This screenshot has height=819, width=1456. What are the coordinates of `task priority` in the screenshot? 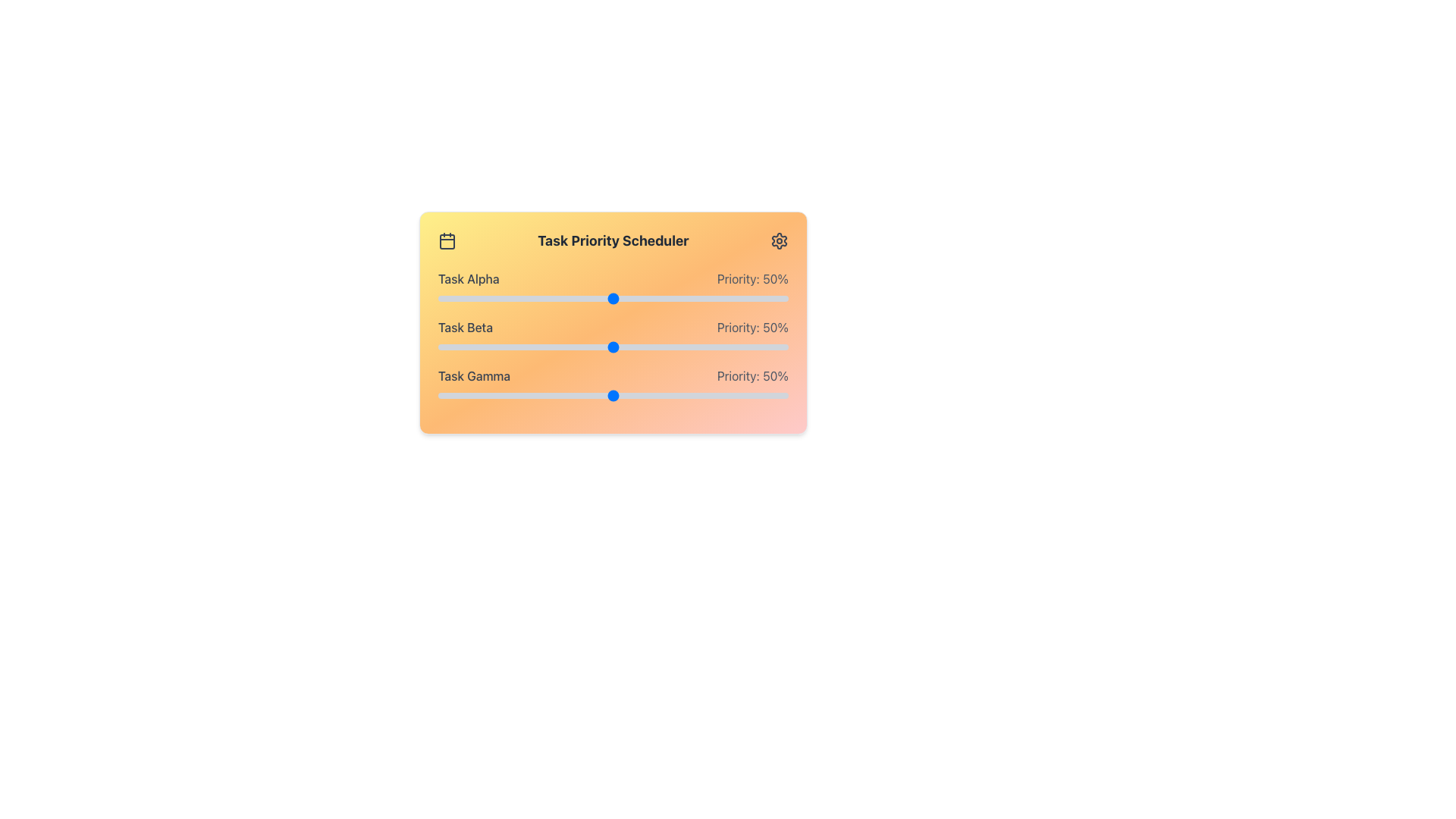 It's located at (764, 298).